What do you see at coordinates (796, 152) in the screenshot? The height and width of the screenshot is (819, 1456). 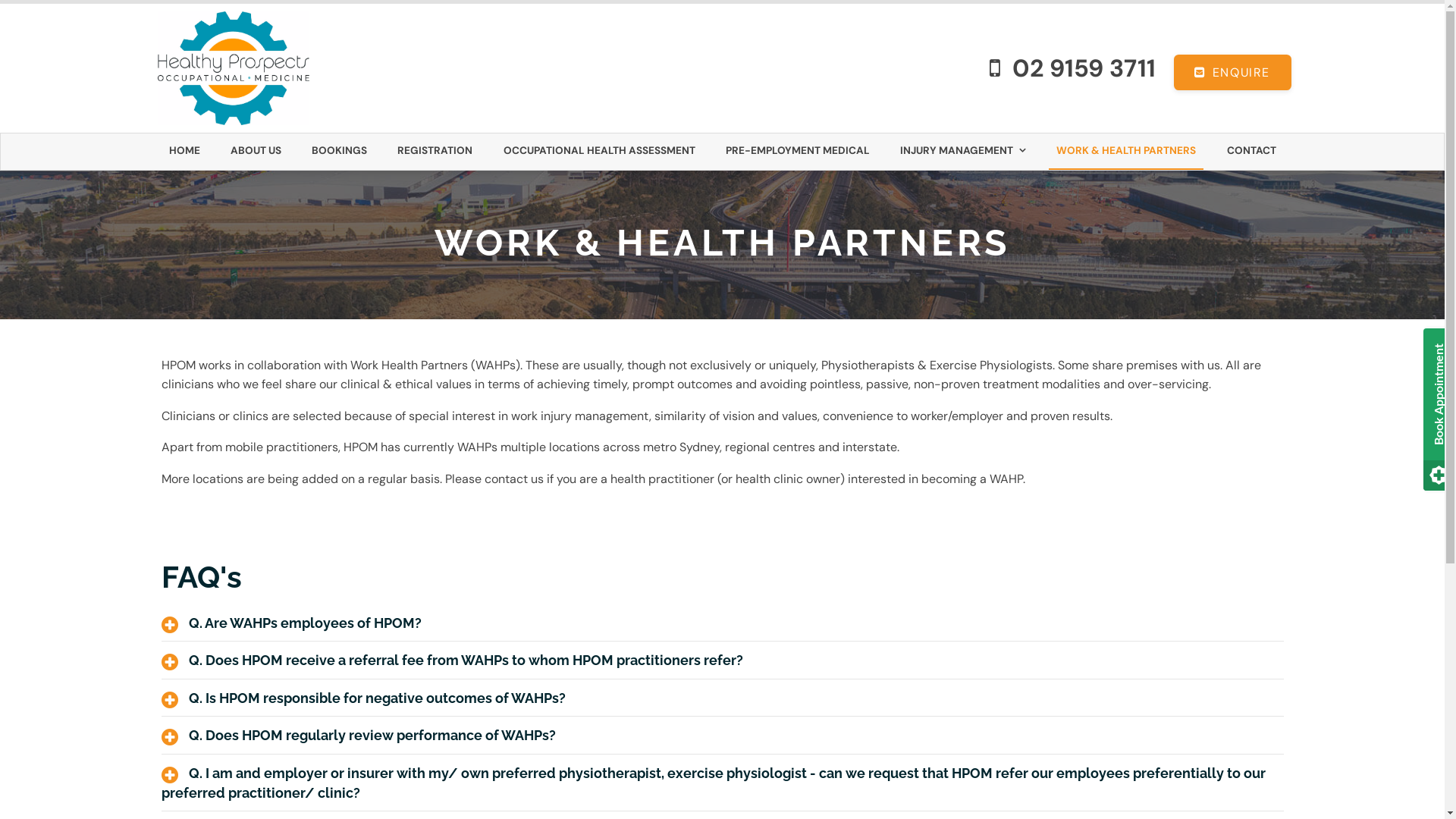 I see `'PRE-EMPLOYMENT MEDICAL'` at bounding box center [796, 152].